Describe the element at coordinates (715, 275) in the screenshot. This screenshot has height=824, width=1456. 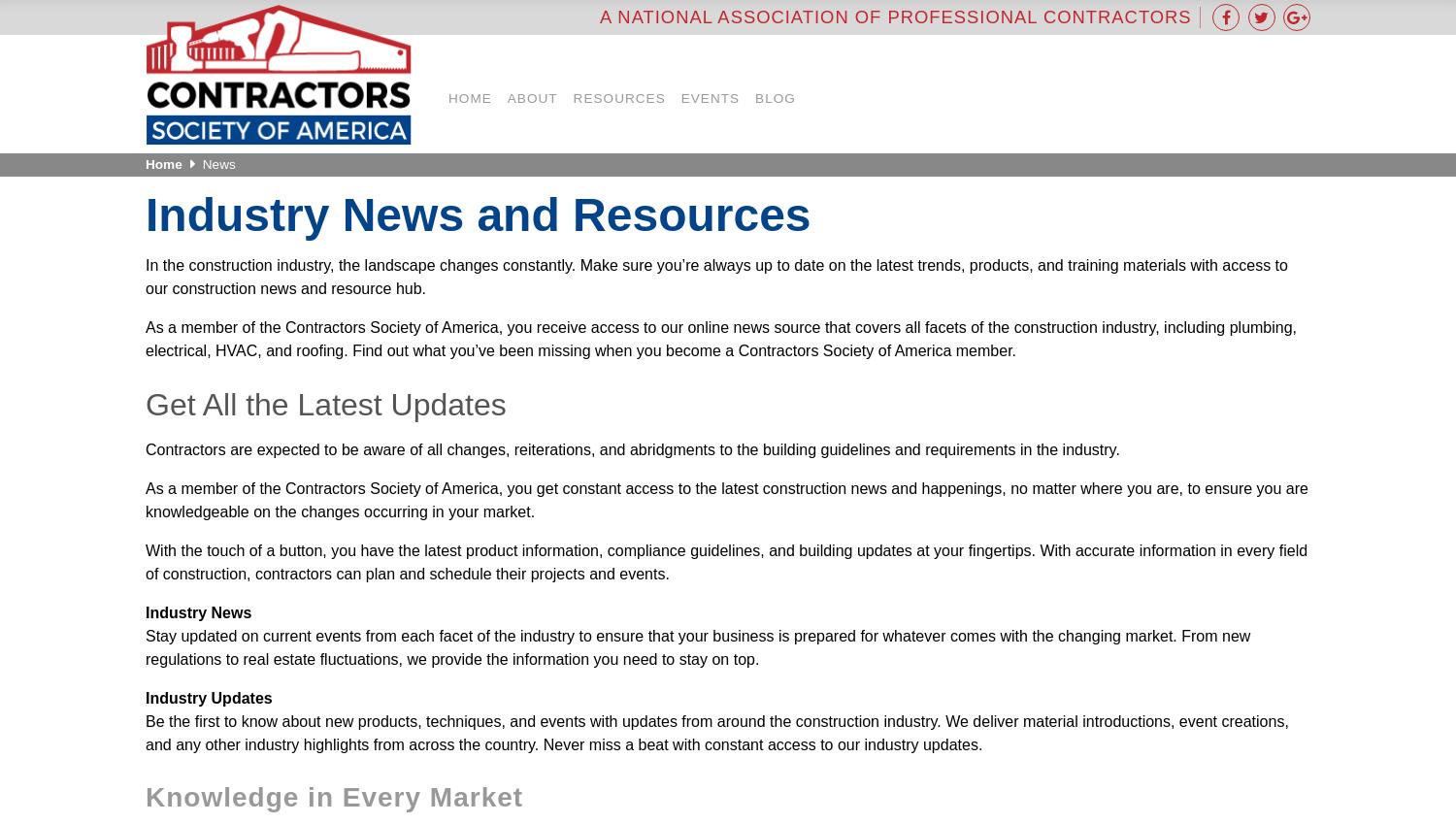
I see `'In the construction industry, the landscape changes constantly. Make sure you’re always up to date on the latest trends, products, and training materials with access to our construction news and resource hub.'` at that location.